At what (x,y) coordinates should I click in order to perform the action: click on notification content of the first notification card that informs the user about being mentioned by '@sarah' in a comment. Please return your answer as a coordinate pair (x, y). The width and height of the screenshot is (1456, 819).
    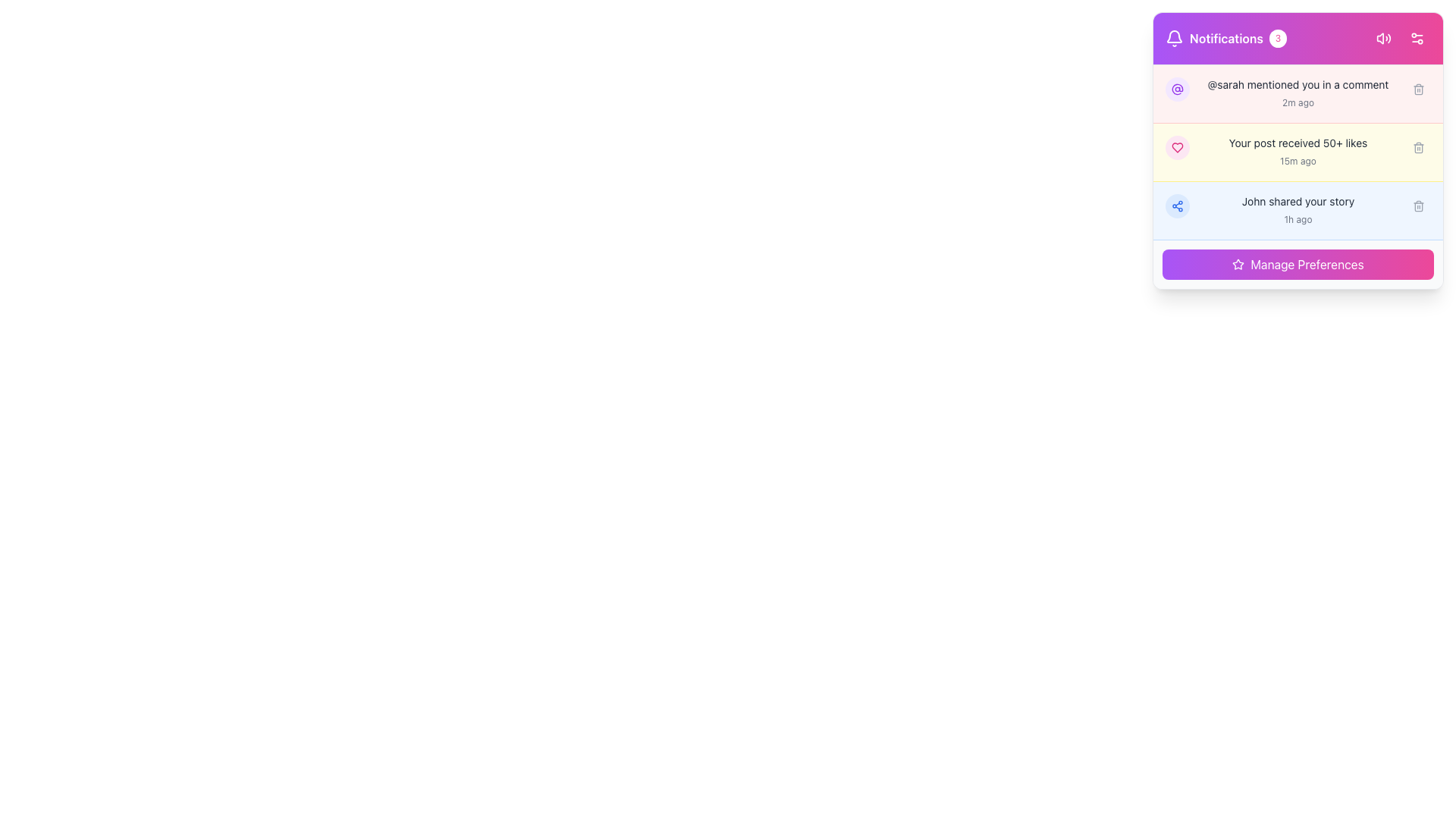
    Looking at the image, I should click on (1298, 94).